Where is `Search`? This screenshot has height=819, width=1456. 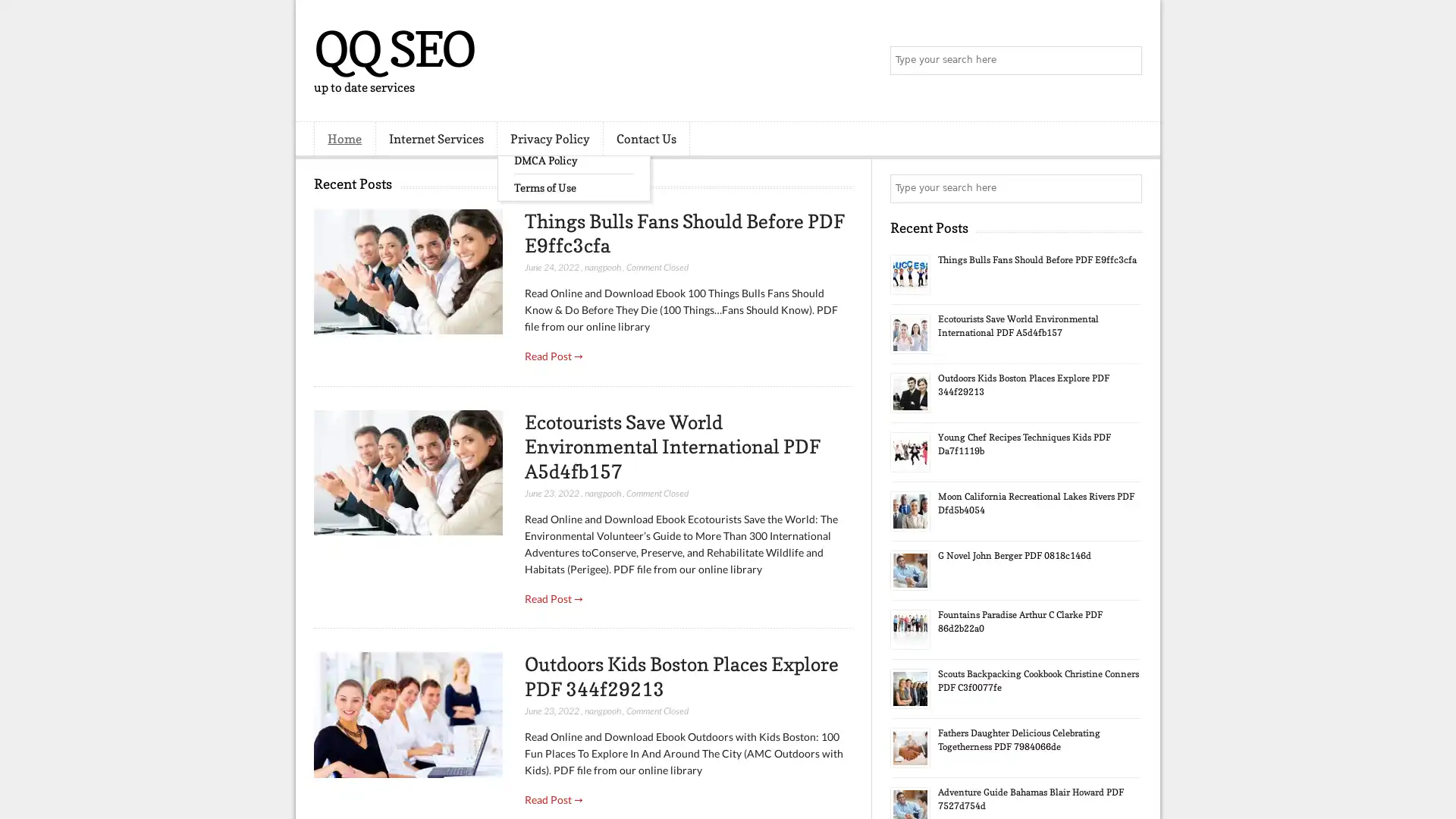 Search is located at coordinates (1126, 61).